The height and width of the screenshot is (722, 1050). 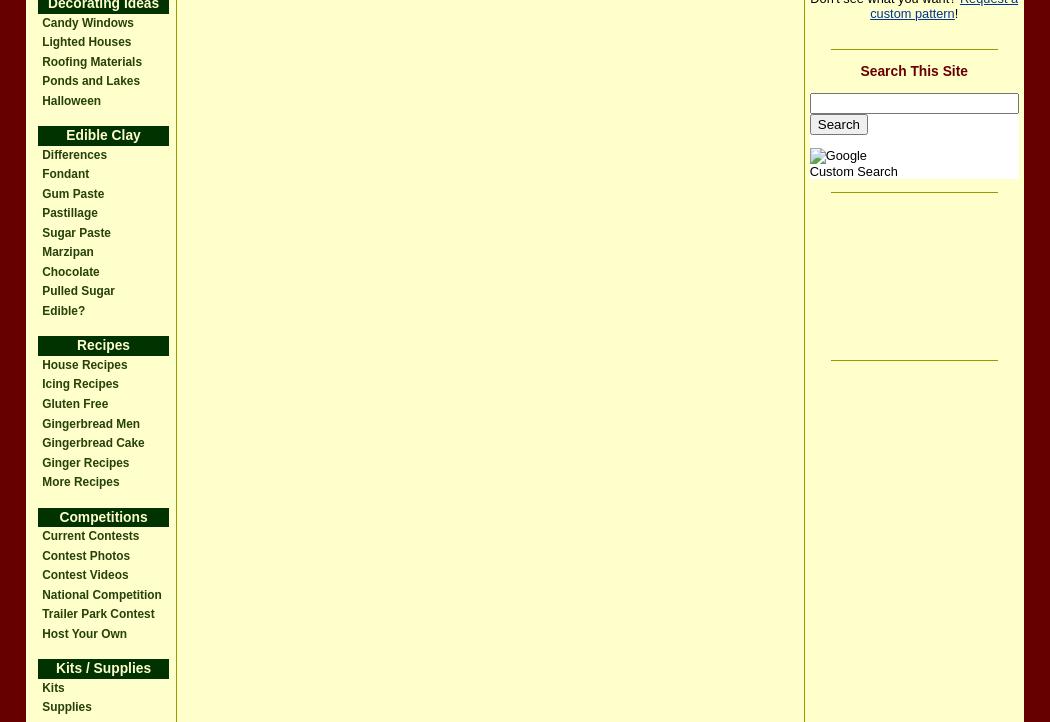 What do you see at coordinates (65, 705) in the screenshot?
I see `'Supplies'` at bounding box center [65, 705].